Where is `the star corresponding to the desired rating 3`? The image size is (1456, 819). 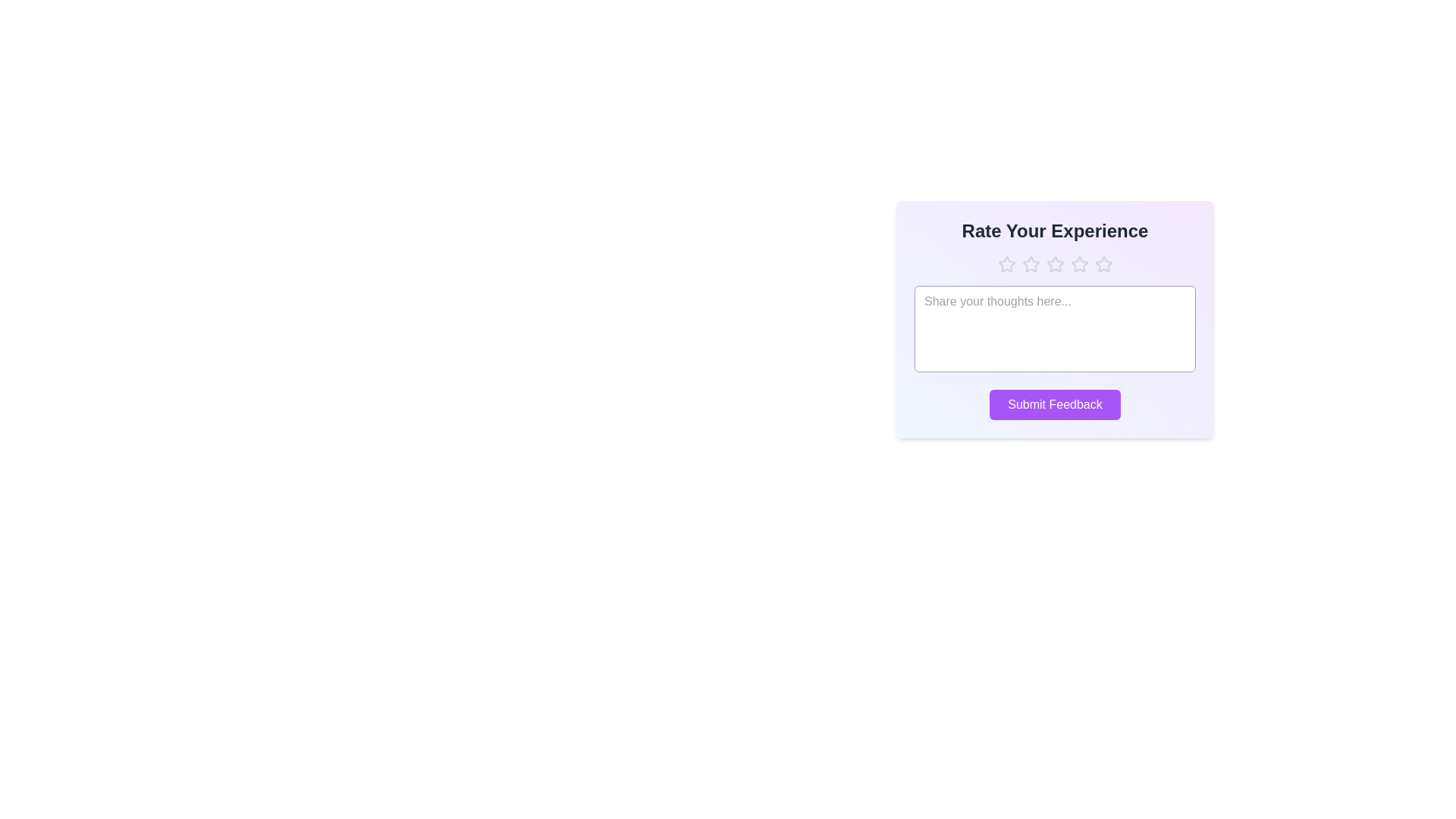
the star corresponding to the desired rating 3 is located at coordinates (1054, 263).